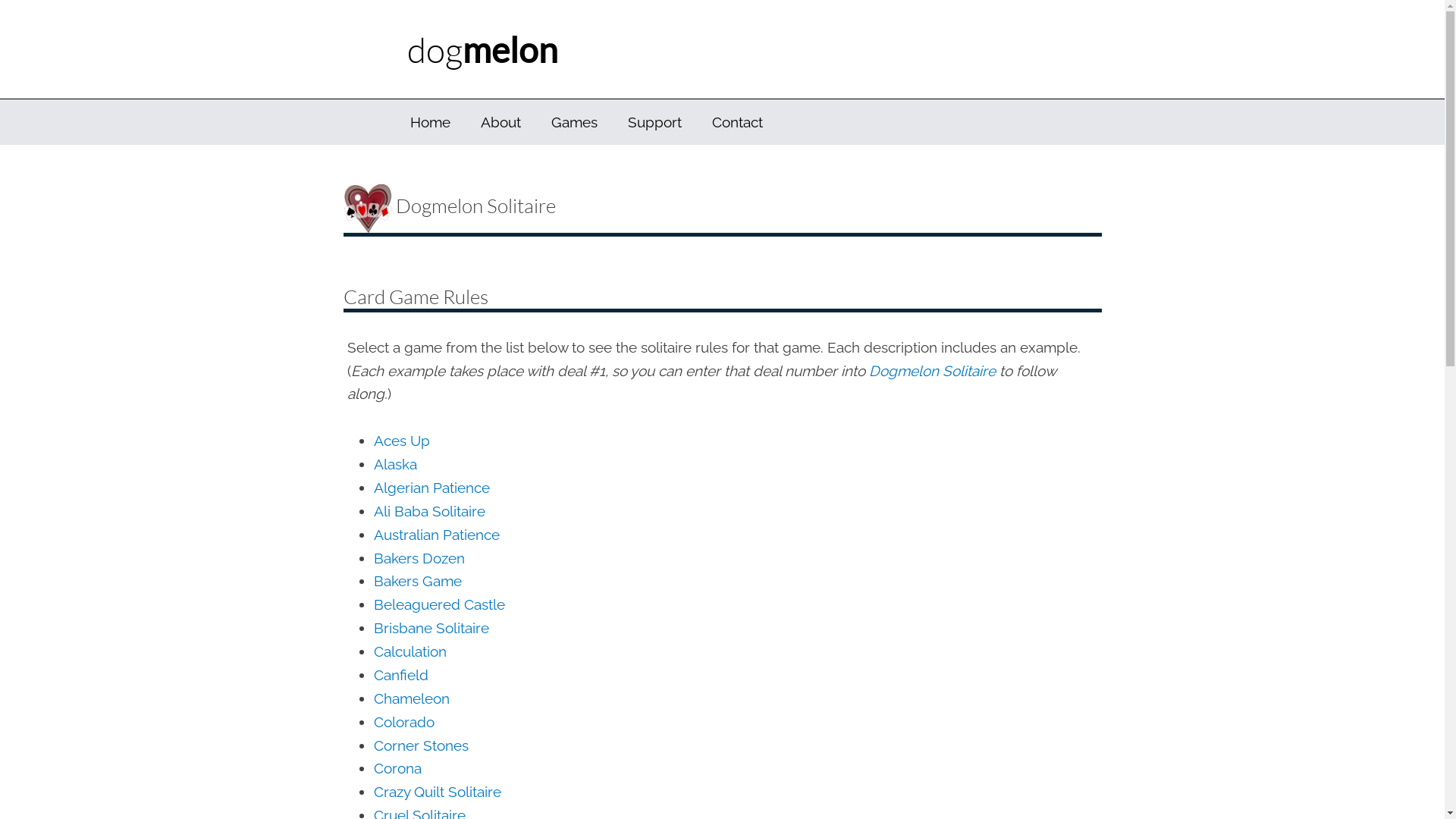 The image size is (1456, 819). What do you see at coordinates (500, 121) in the screenshot?
I see `'About'` at bounding box center [500, 121].